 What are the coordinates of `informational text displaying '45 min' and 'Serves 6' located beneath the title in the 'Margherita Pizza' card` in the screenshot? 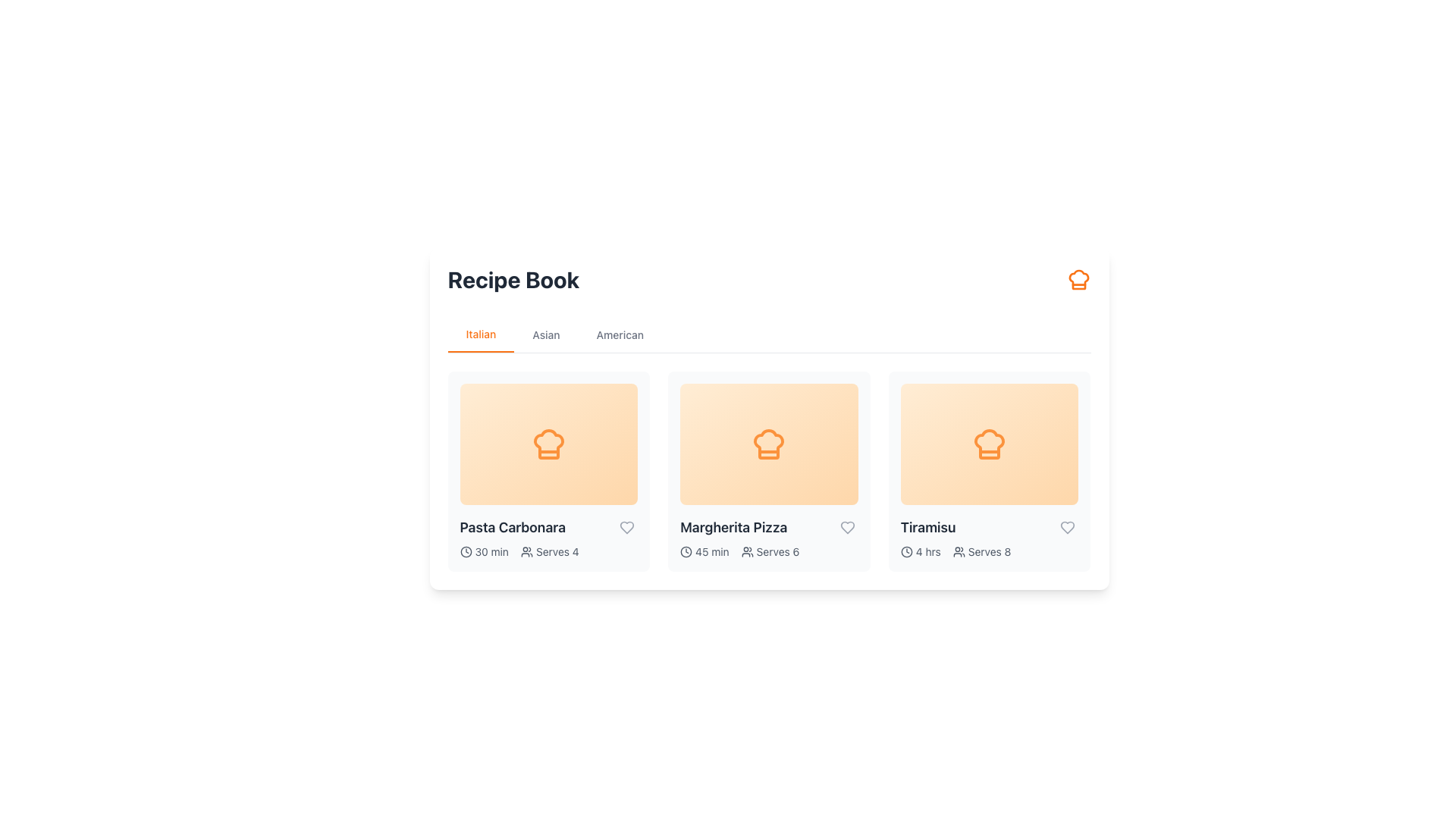 It's located at (769, 552).